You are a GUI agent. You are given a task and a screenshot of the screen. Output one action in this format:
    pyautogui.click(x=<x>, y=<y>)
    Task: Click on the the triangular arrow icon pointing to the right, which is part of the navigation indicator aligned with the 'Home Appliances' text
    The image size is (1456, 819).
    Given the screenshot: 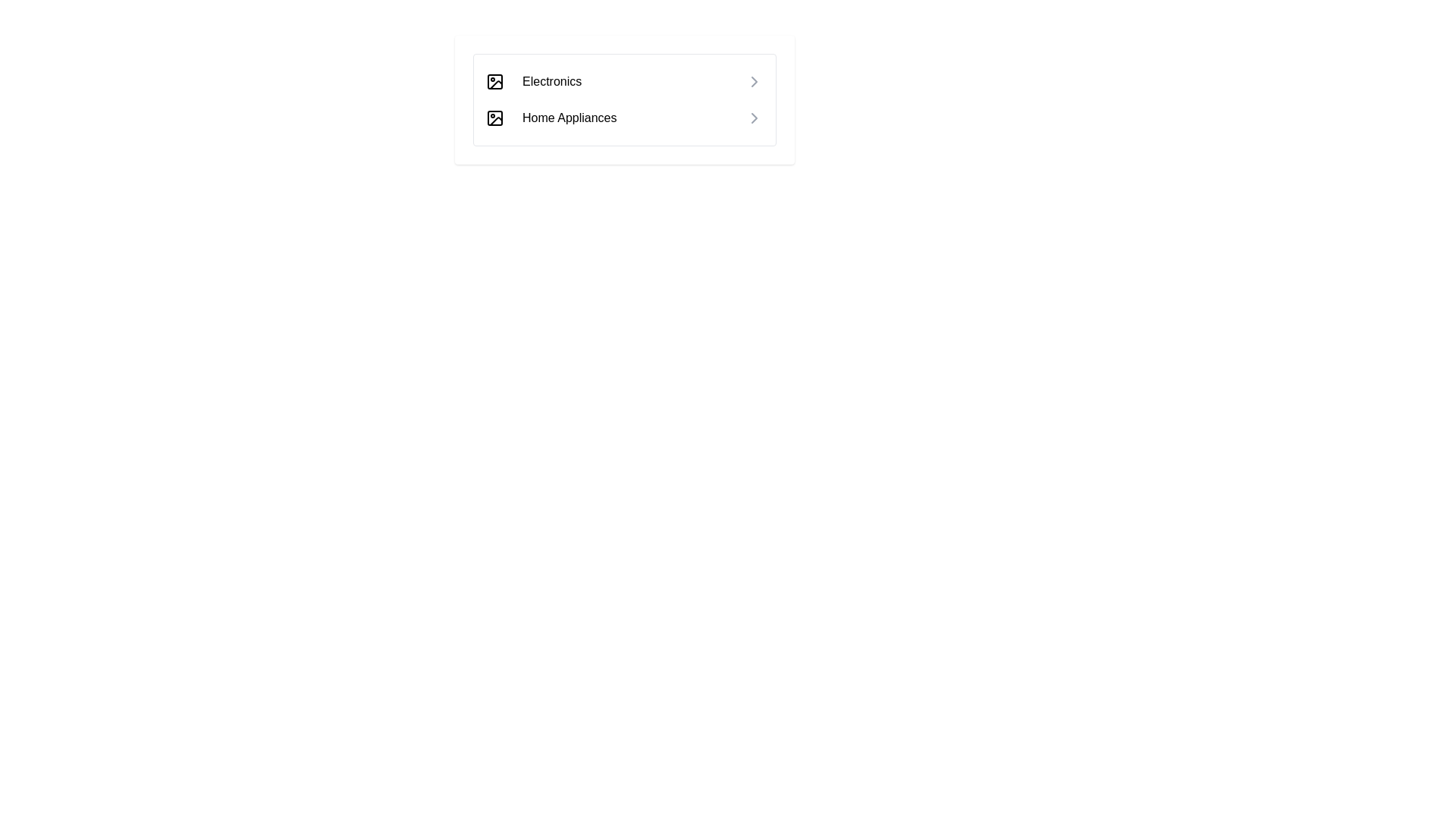 What is the action you would take?
    pyautogui.click(x=754, y=117)
    